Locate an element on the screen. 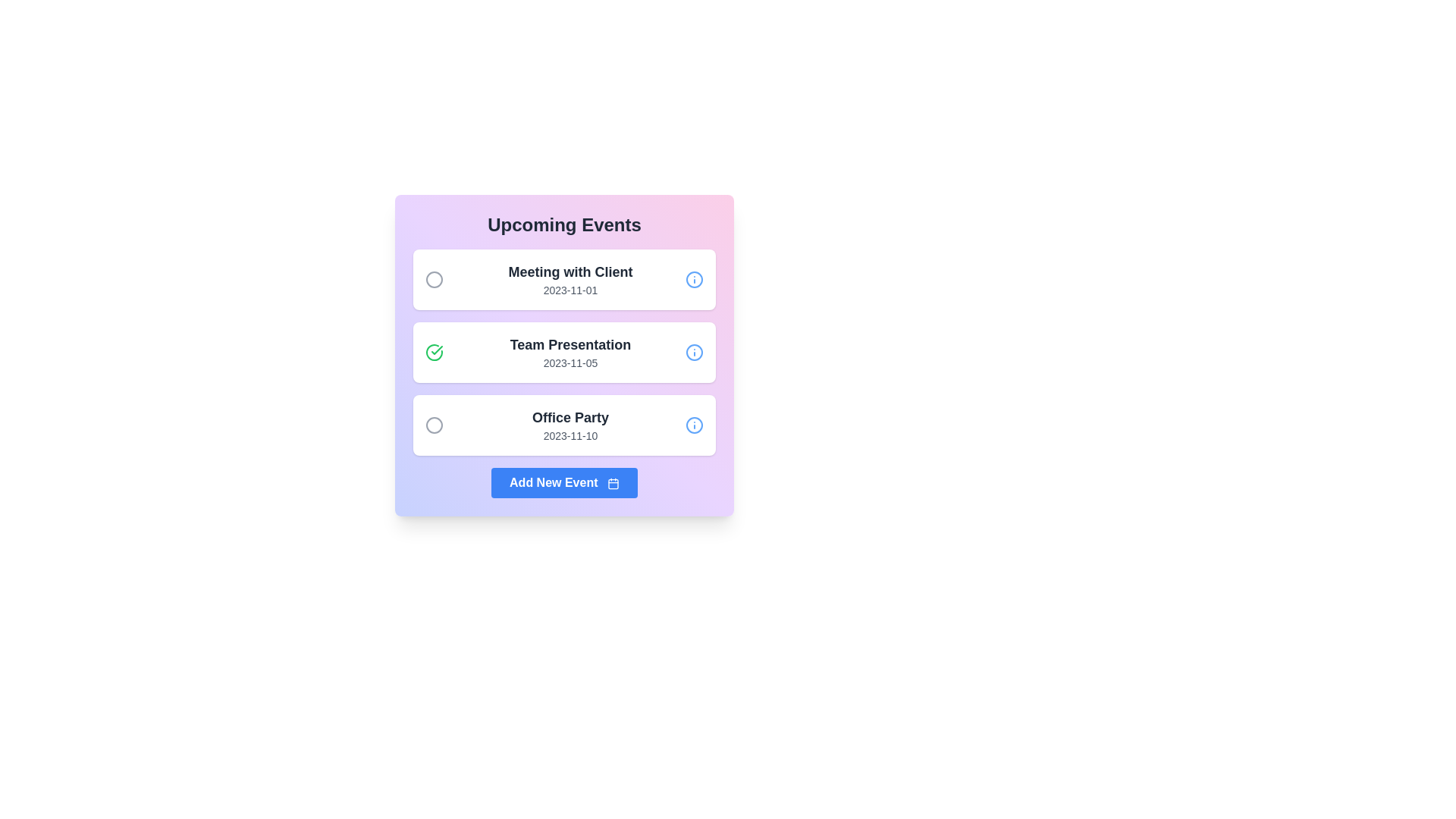  the graphical representation of the decorative part of the indicator icon located in the second row of the 'Upcoming Events' section, titled 'Team Presentation, 2023-11-05.' is located at coordinates (433, 353).